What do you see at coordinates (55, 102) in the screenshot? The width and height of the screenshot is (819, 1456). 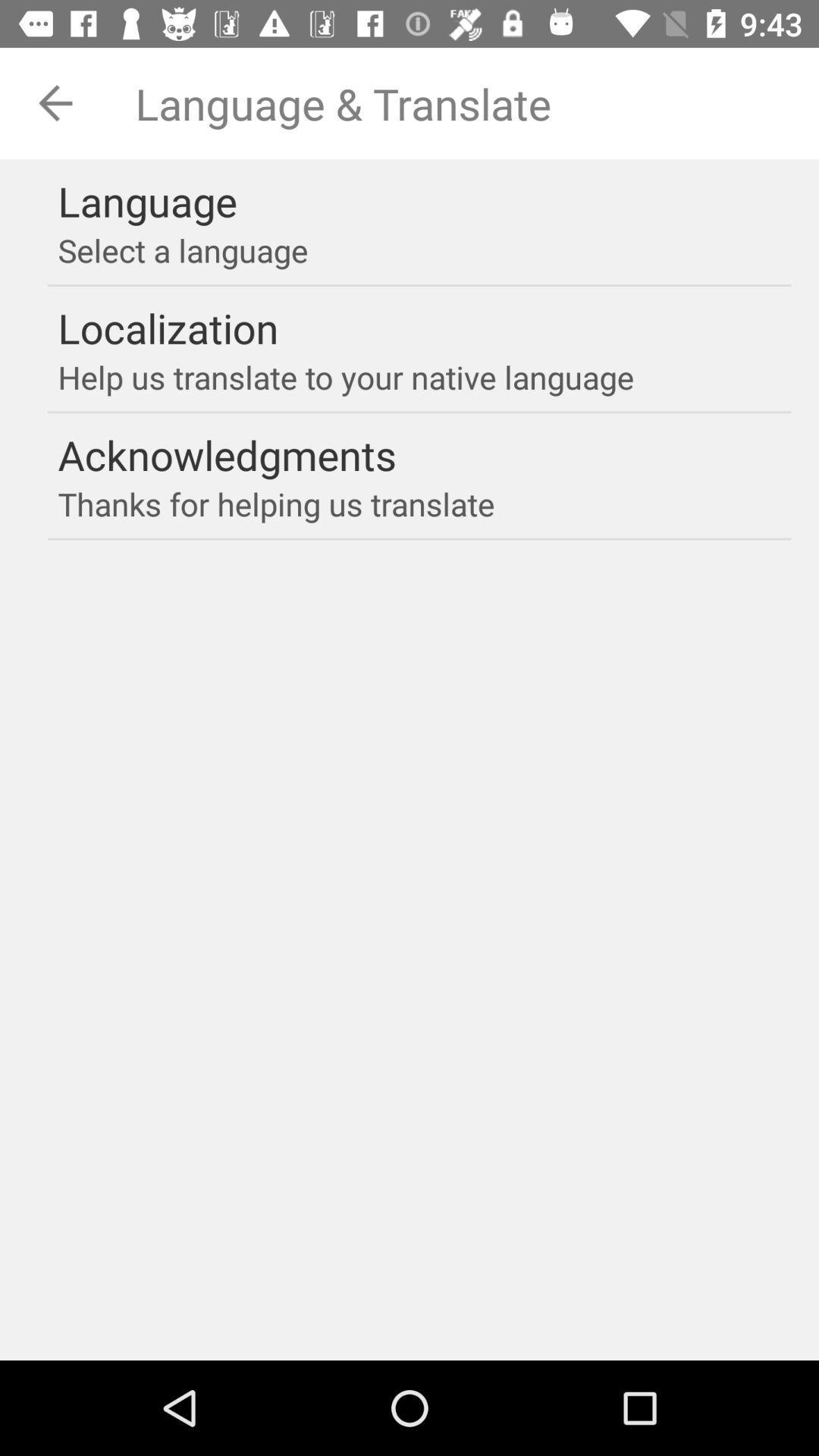 I see `the arrow_backward icon` at bounding box center [55, 102].